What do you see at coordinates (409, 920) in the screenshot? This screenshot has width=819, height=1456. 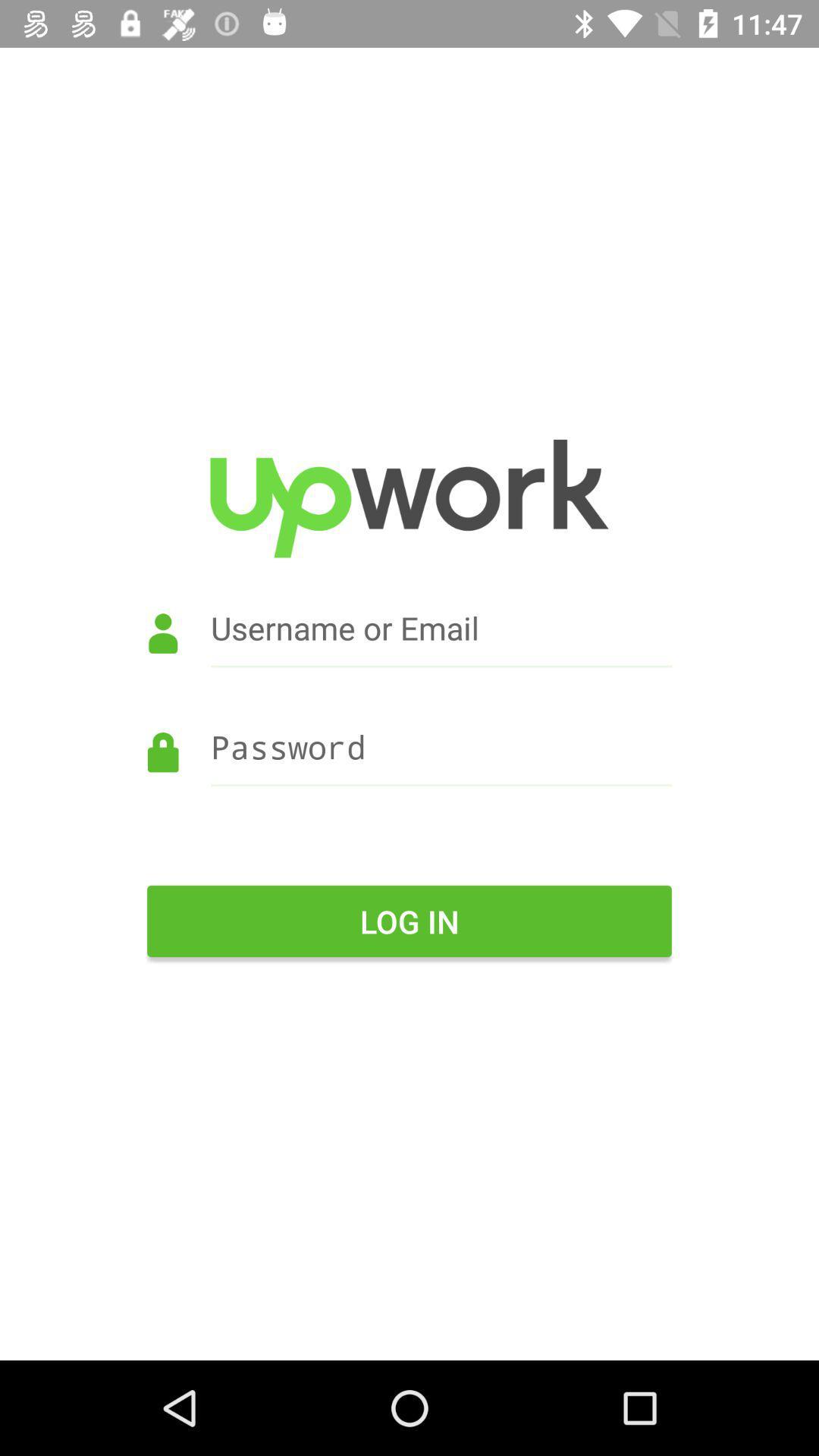 I see `log in icon` at bounding box center [409, 920].